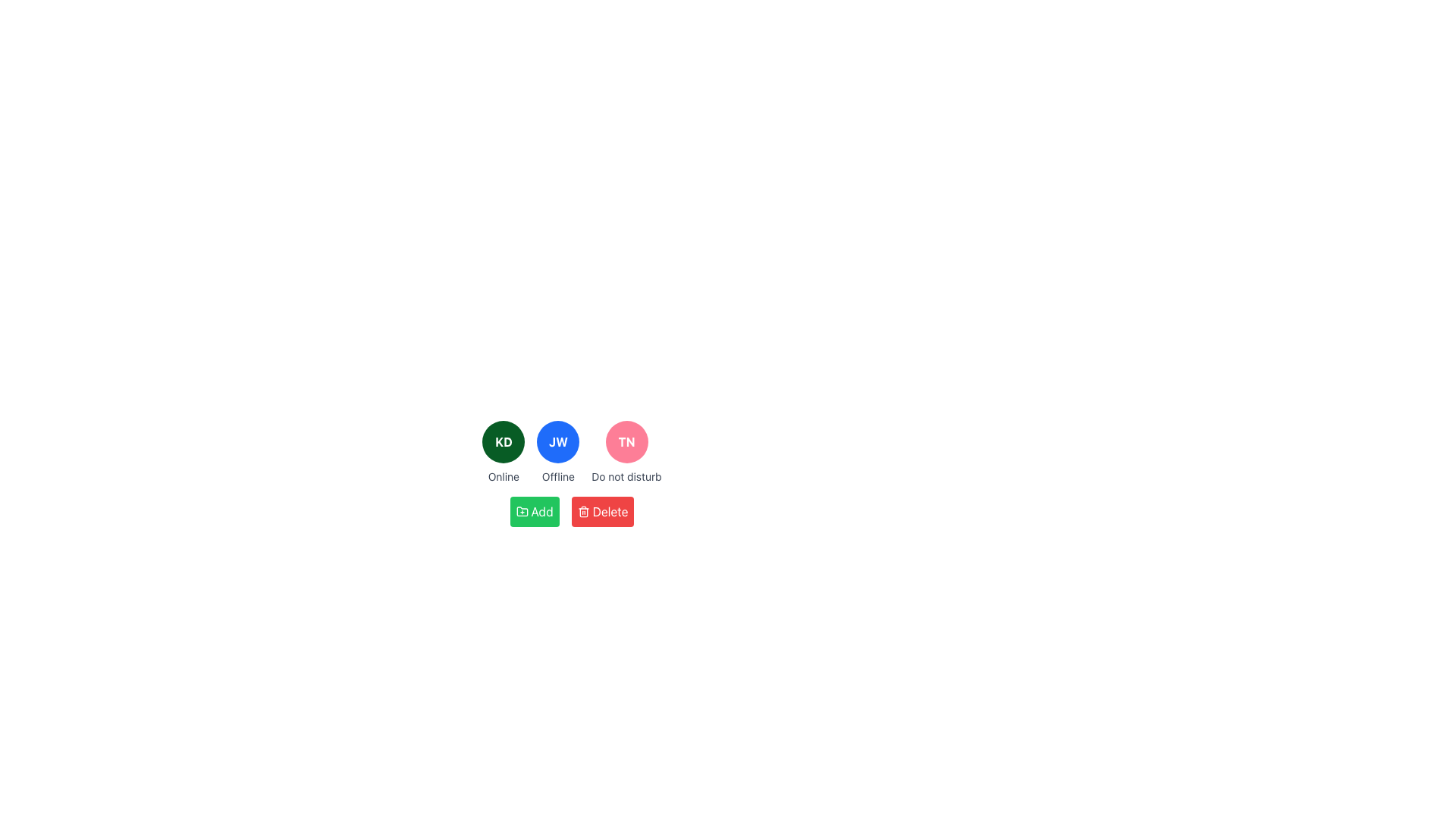  I want to click on label 'Delete' located within the red button at the bottom of the interface, positioned to the right of the green 'Add' button, so click(610, 512).